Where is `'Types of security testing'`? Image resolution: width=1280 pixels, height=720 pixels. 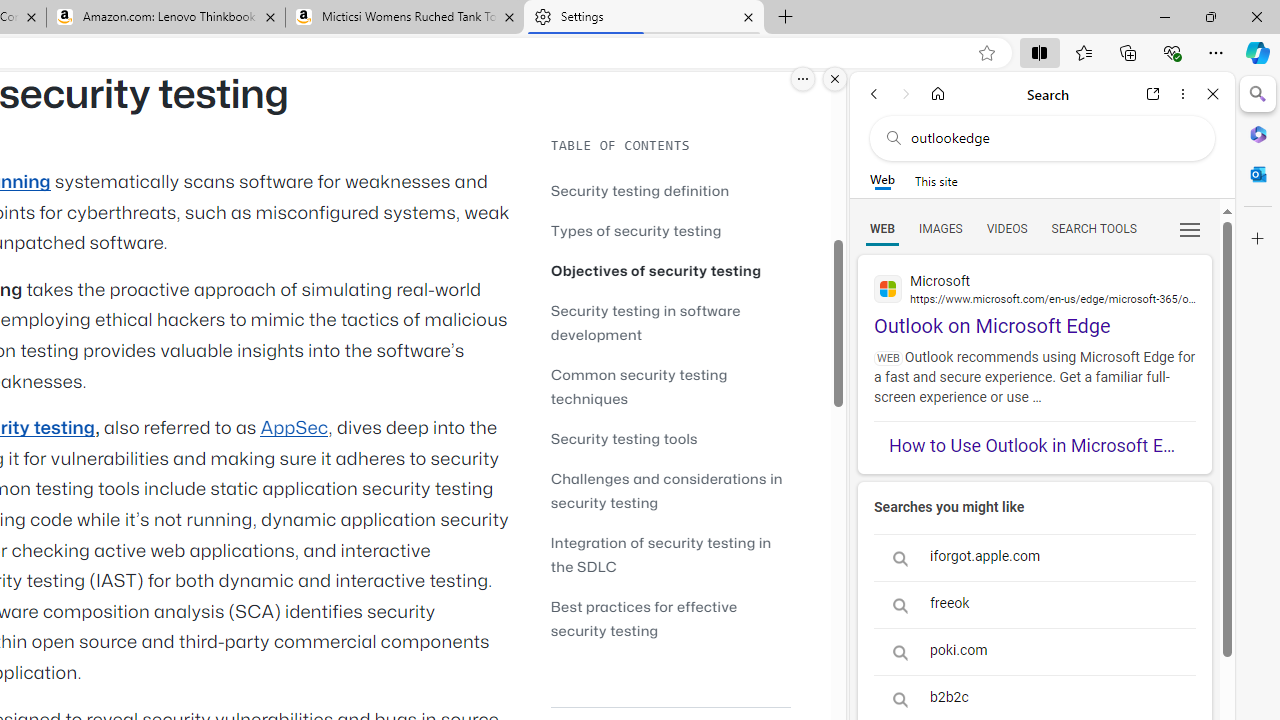 'Types of security testing' is located at coordinates (670, 229).